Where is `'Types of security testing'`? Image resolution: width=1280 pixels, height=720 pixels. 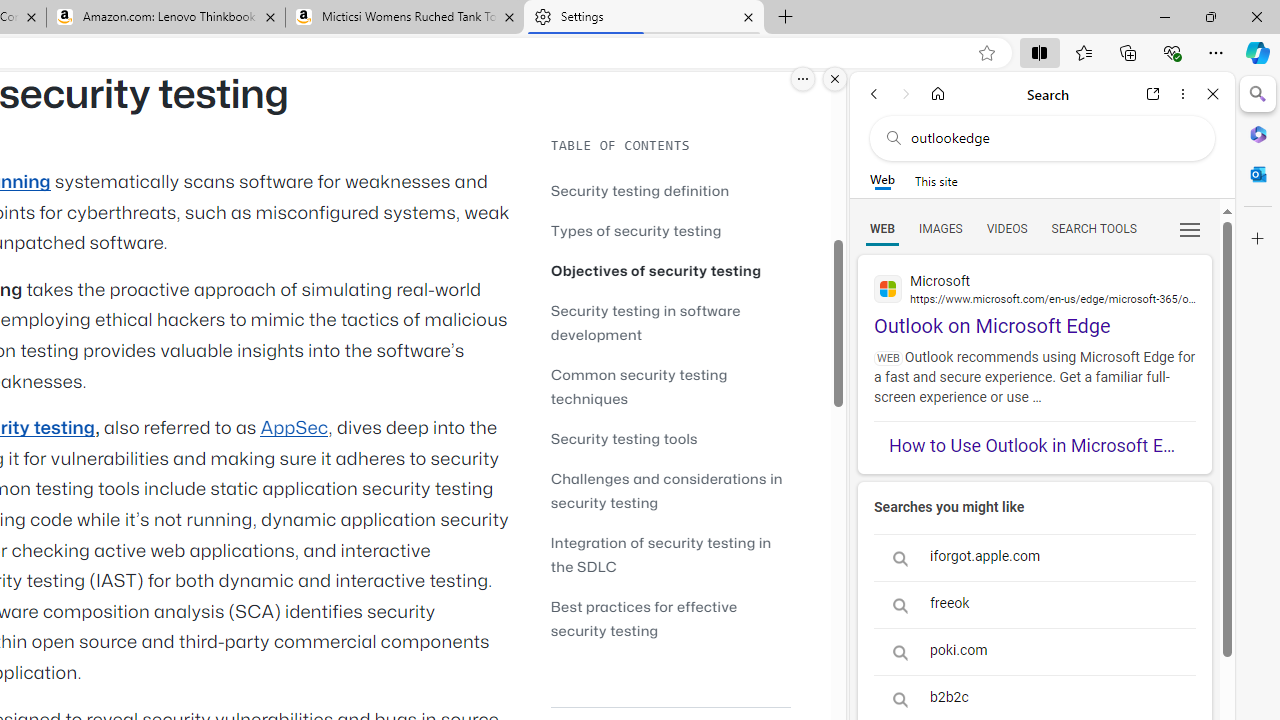 'Types of security testing' is located at coordinates (670, 229).